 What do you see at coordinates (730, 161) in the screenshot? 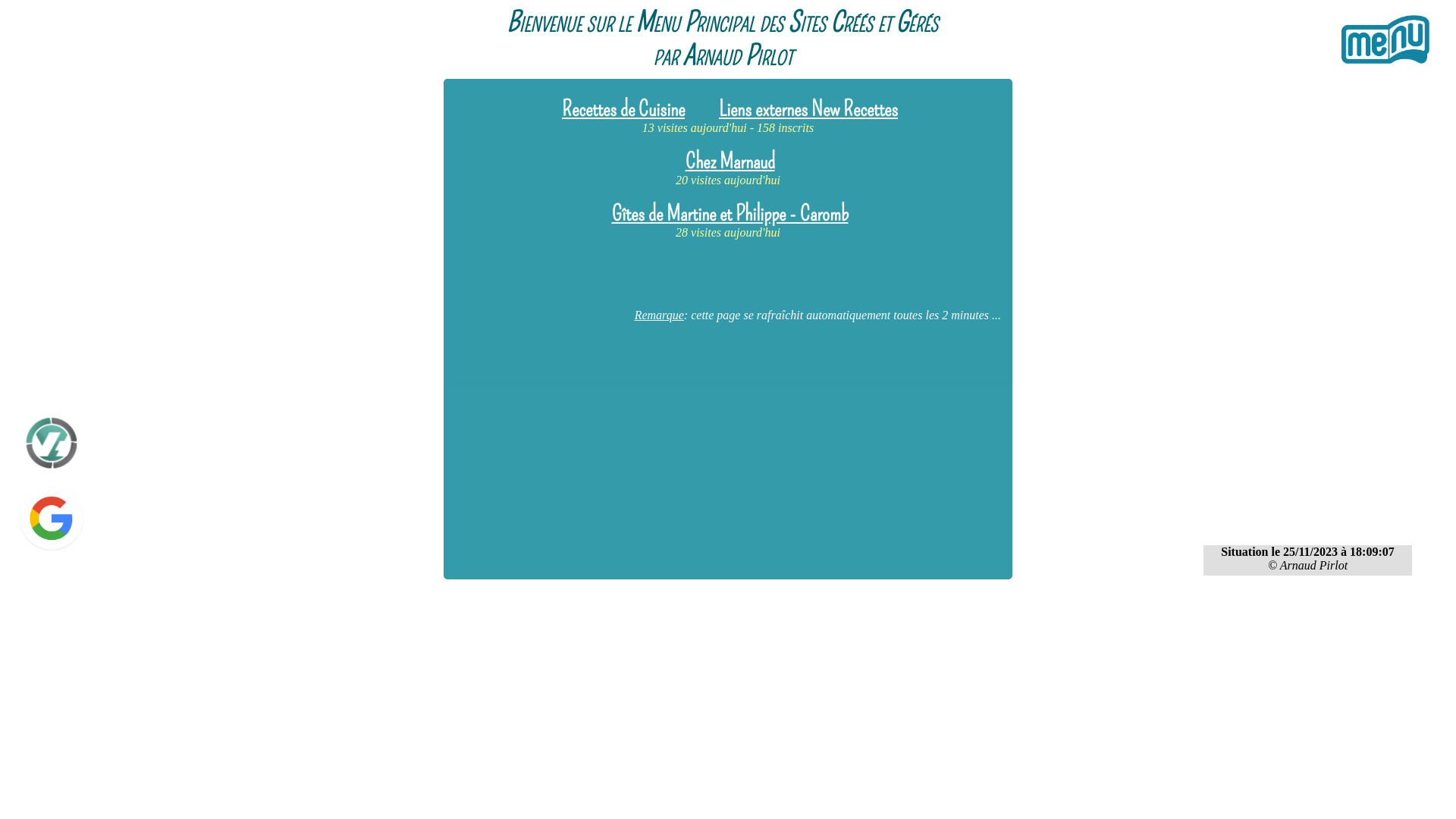
I see `'Chez Marnaud'` at bounding box center [730, 161].